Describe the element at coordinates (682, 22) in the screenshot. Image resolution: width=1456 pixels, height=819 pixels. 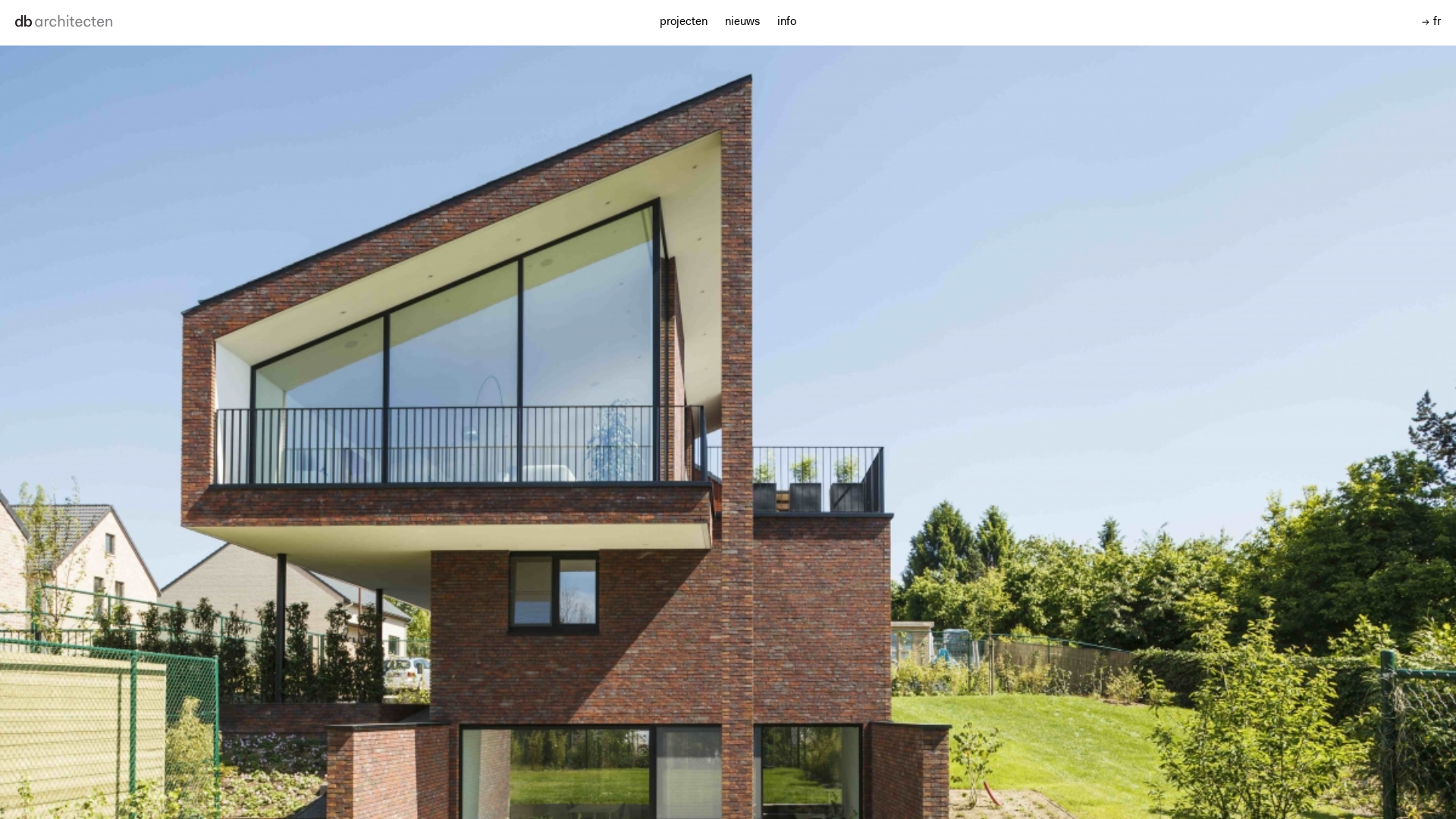
I see `'projecten'` at that location.